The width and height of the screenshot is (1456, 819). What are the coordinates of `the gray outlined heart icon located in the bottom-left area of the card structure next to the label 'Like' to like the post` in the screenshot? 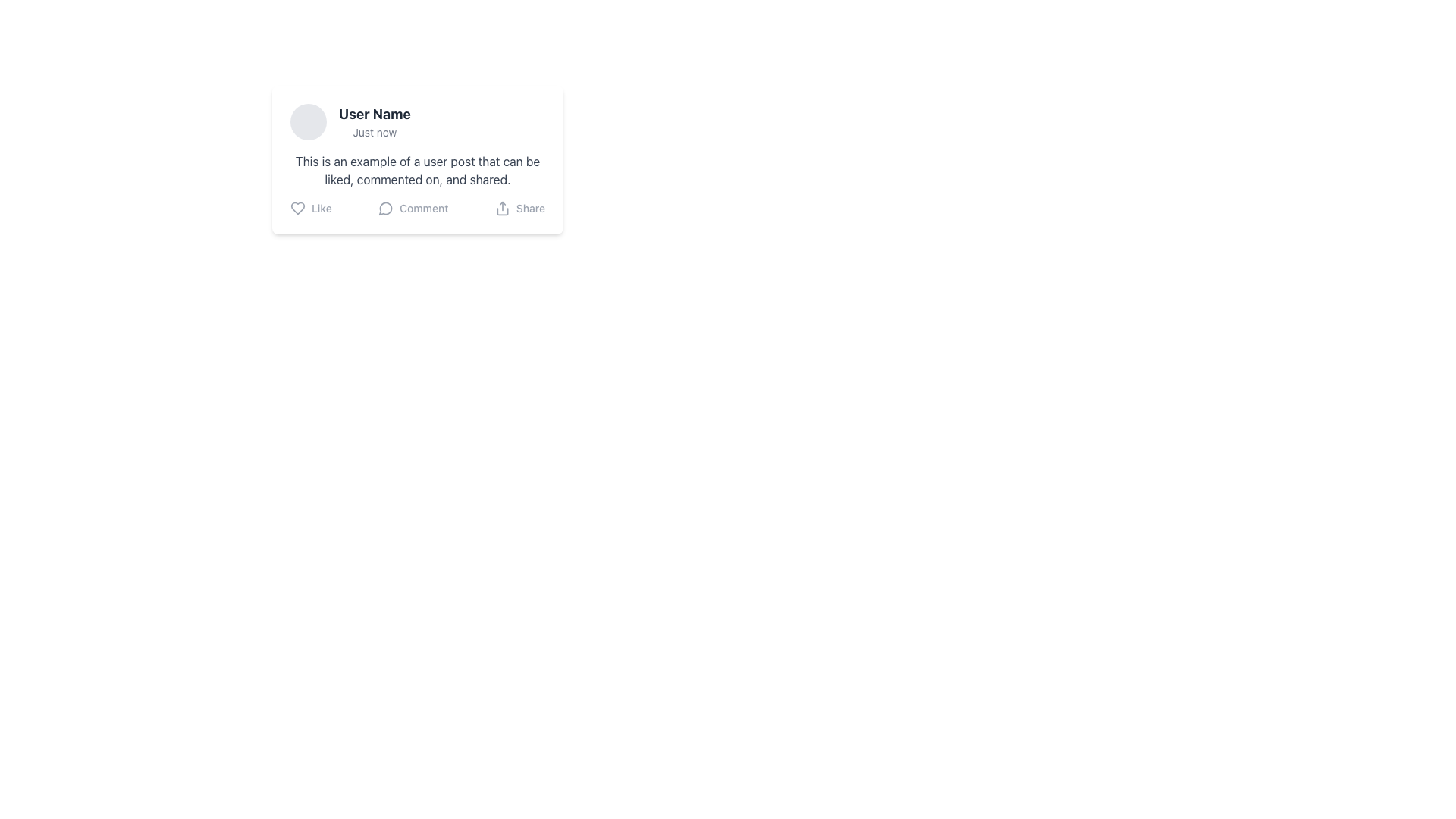 It's located at (298, 208).